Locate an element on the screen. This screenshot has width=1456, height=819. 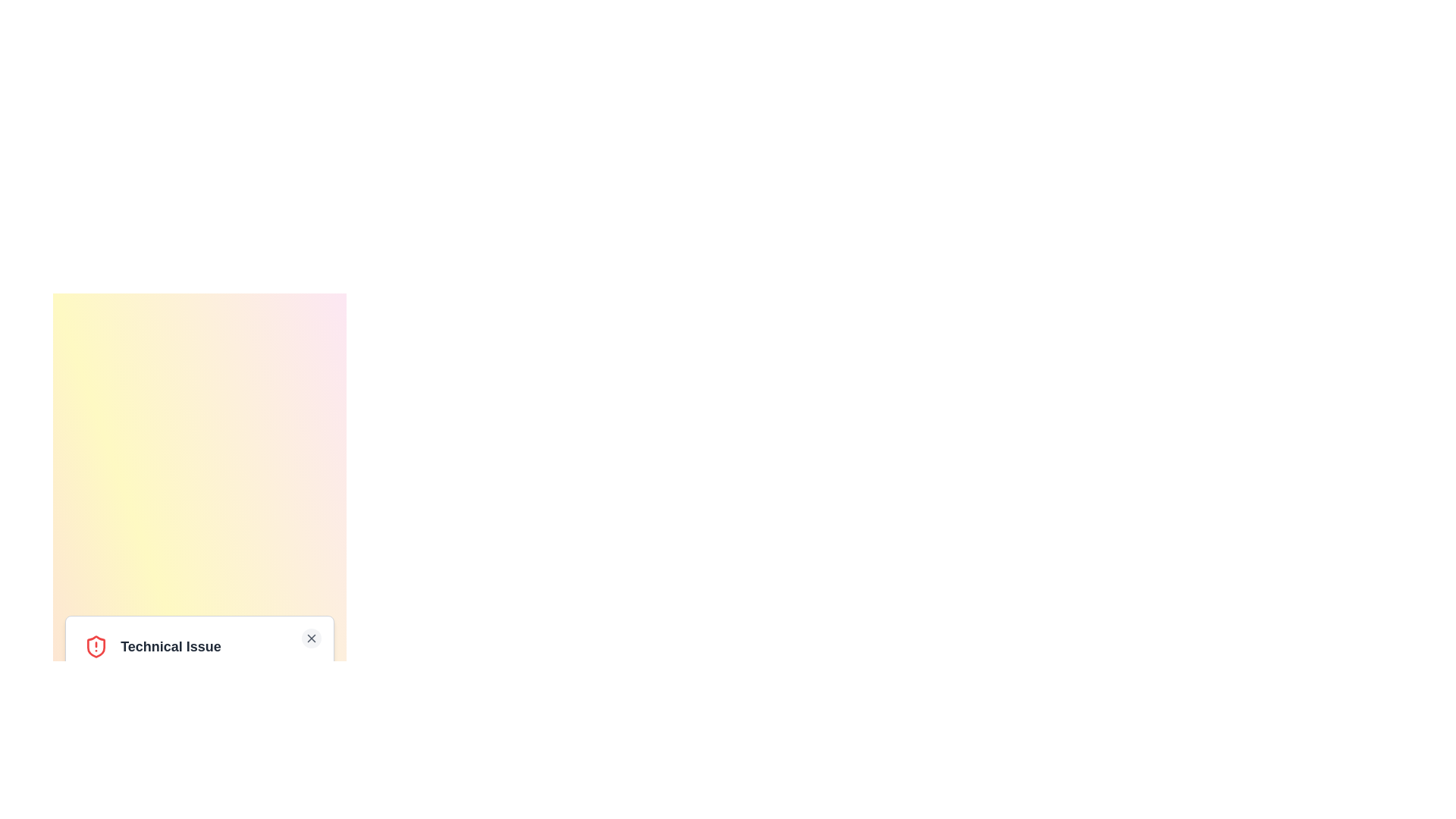
the alert's icon to focus on it is located at coordinates (95, 646).